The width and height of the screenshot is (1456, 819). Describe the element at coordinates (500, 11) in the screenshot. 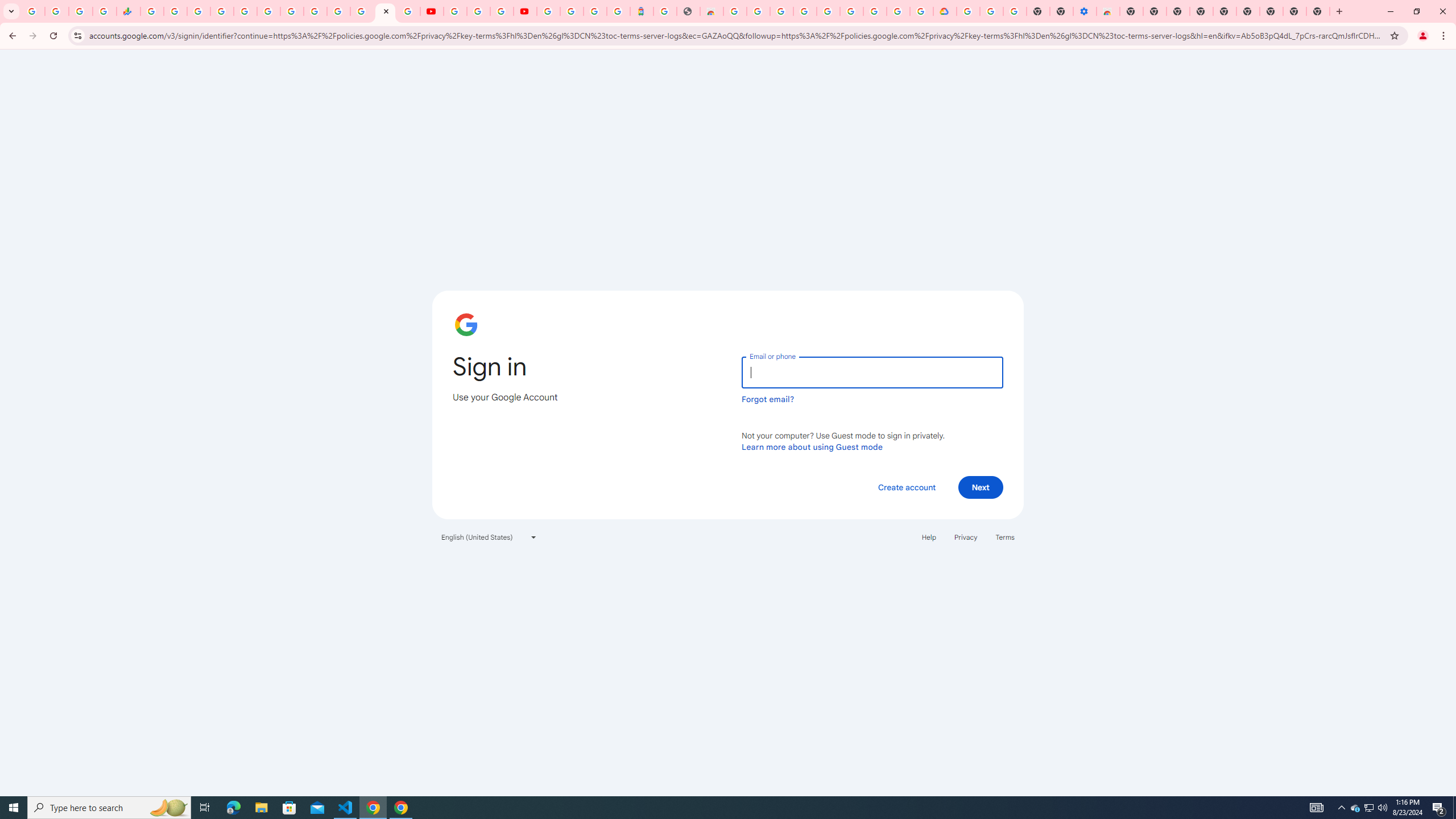

I see `'Create your Google Account'` at that location.